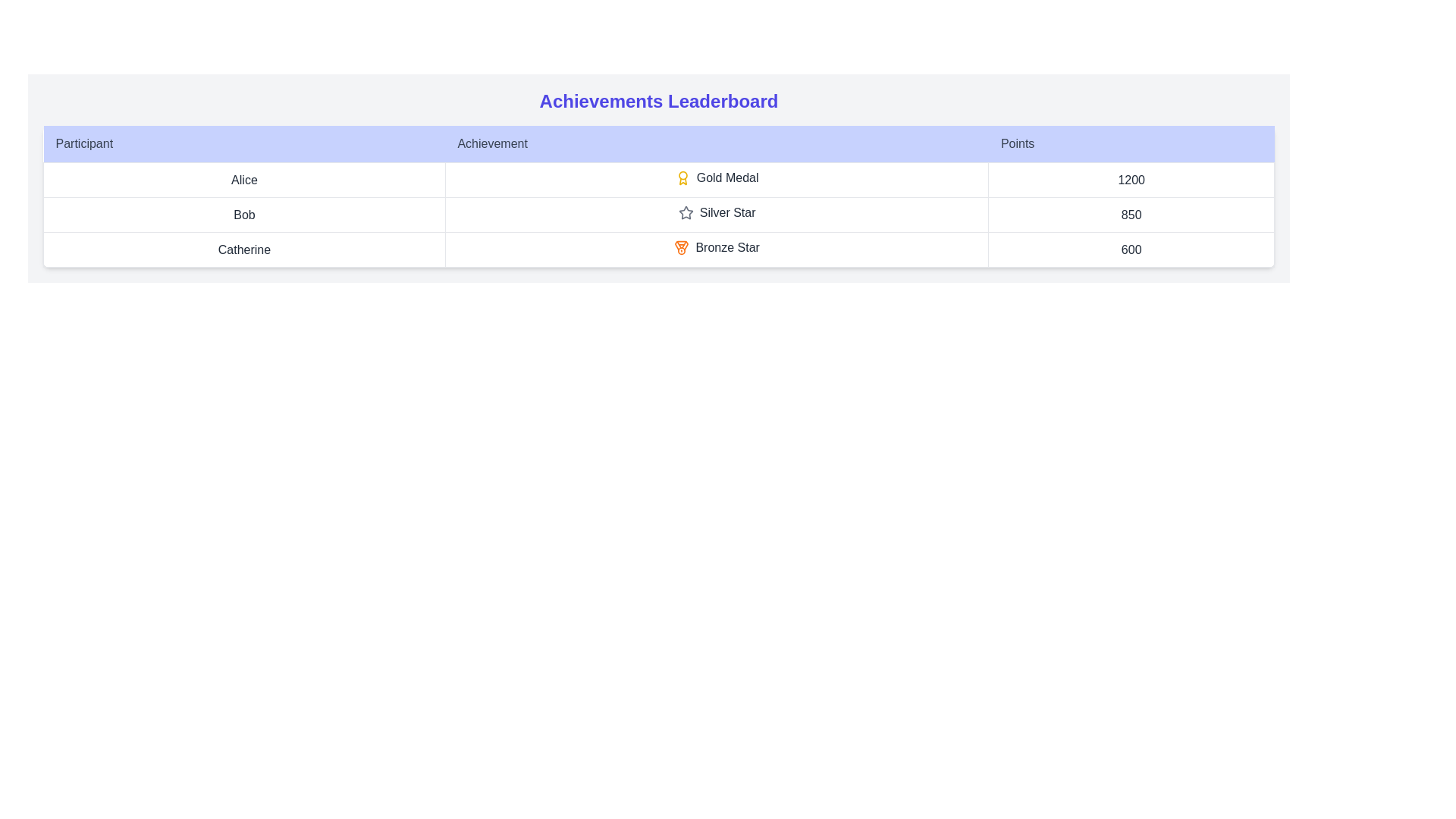  What do you see at coordinates (716, 247) in the screenshot?
I see `the 'Bronze Star' label with the medal icon located in the third row of the 'Achievements Leaderboard' table, next to 'Catherine' under 'Participant'` at bounding box center [716, 247].